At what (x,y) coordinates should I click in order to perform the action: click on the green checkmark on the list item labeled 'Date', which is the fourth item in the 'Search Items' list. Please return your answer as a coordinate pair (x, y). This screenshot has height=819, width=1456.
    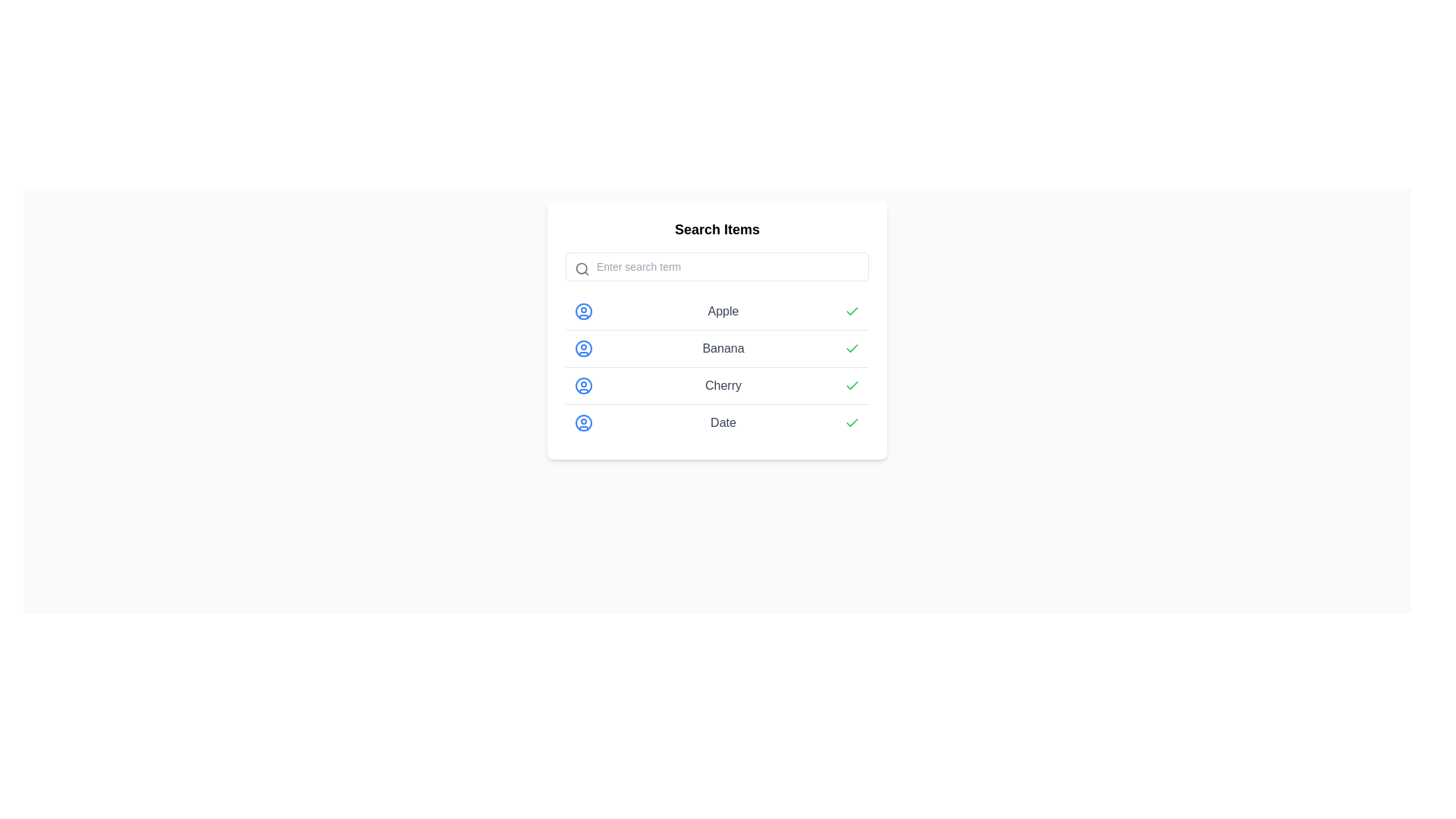
    Looking at the image, I should click on (716, 422).